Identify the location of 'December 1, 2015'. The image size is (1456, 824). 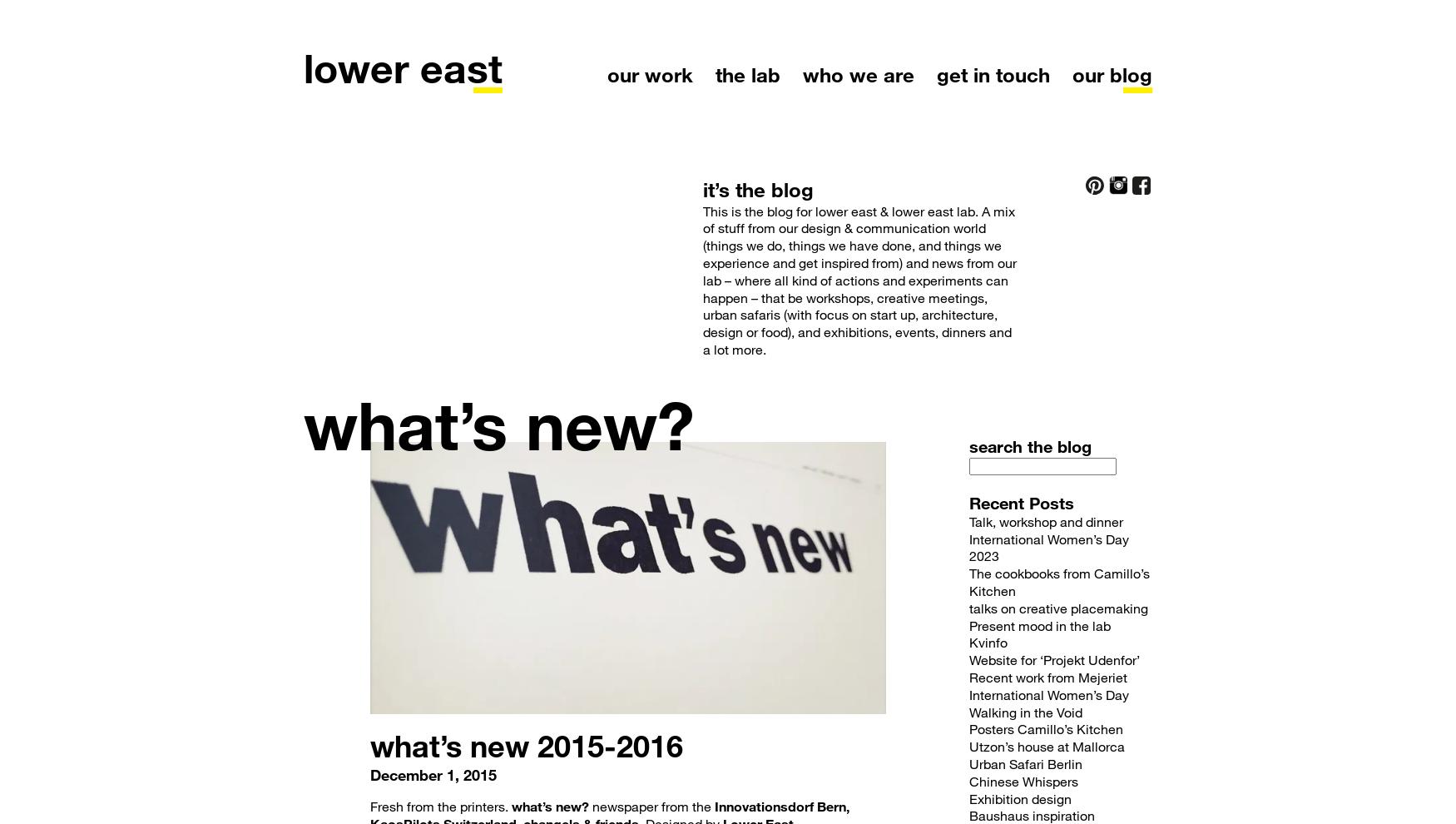
(432, 773).